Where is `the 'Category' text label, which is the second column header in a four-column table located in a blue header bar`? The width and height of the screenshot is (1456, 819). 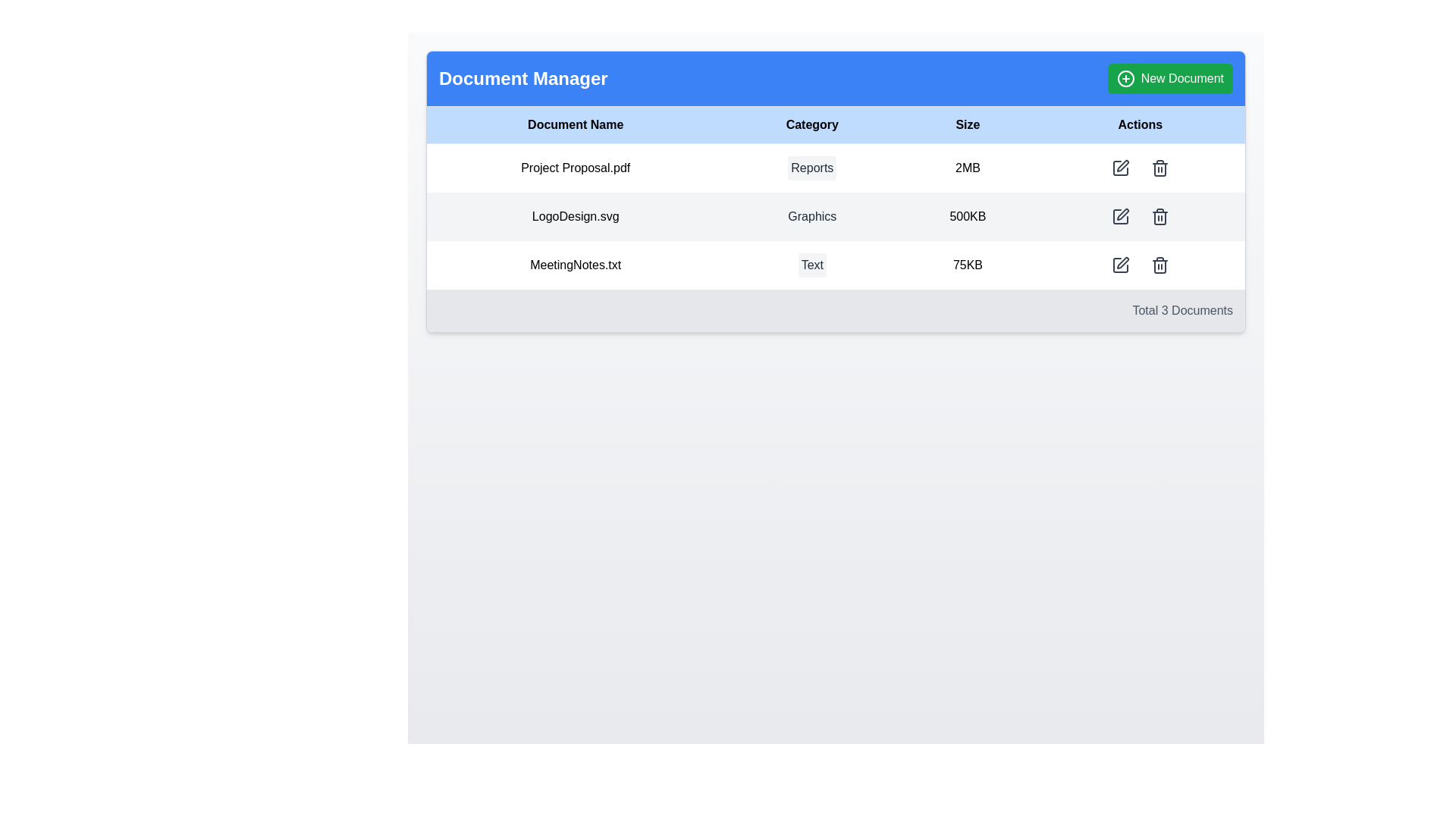
the 'Category' text label, which is the second column header in a four-column table located in a blue header bar is located at coordinates (811, 124).